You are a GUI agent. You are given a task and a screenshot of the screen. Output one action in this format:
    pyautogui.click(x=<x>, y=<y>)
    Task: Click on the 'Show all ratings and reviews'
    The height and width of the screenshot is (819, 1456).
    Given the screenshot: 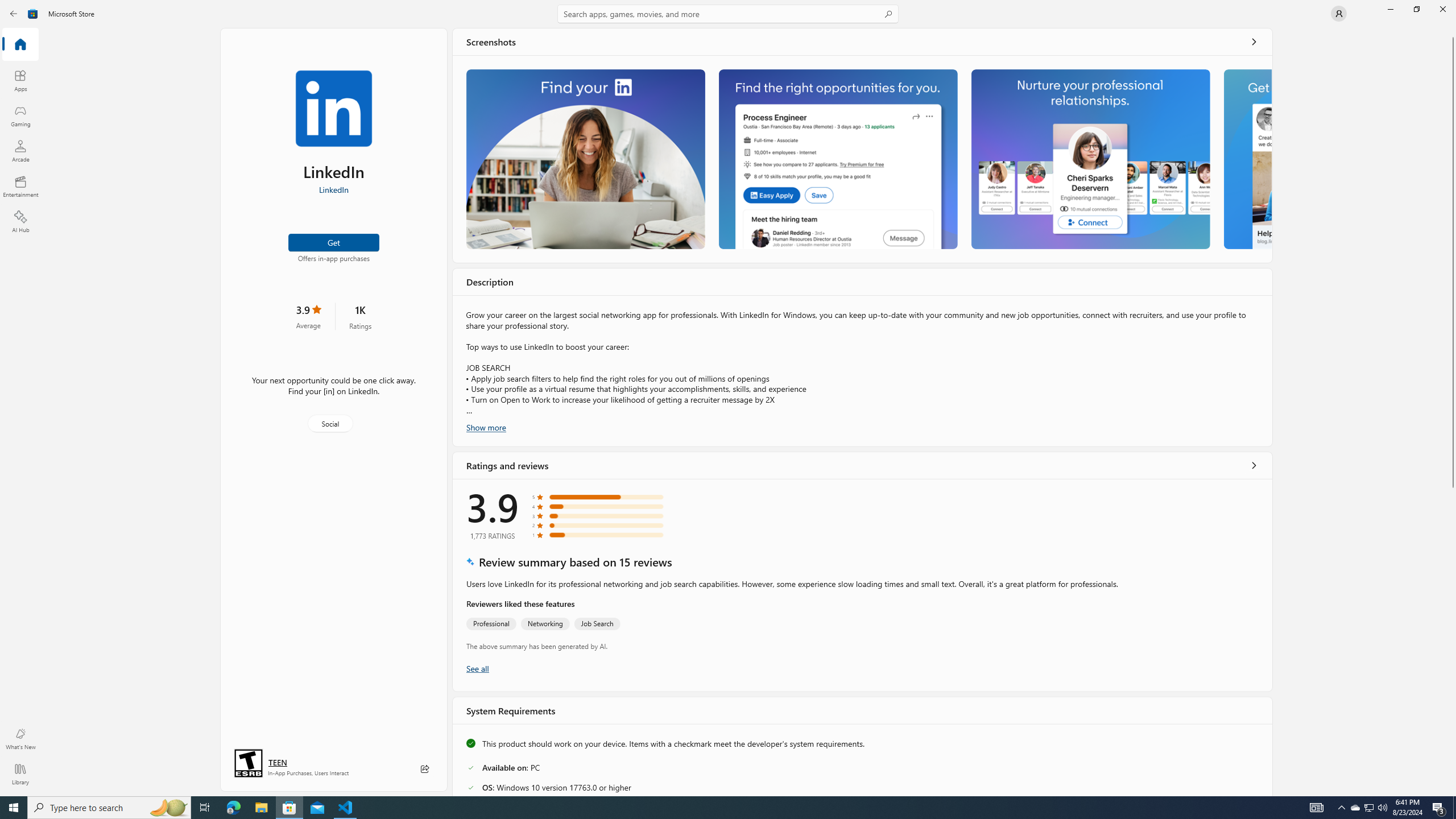 What is the action you would take?
    pyautogui.click(x=1254, y=464)
    